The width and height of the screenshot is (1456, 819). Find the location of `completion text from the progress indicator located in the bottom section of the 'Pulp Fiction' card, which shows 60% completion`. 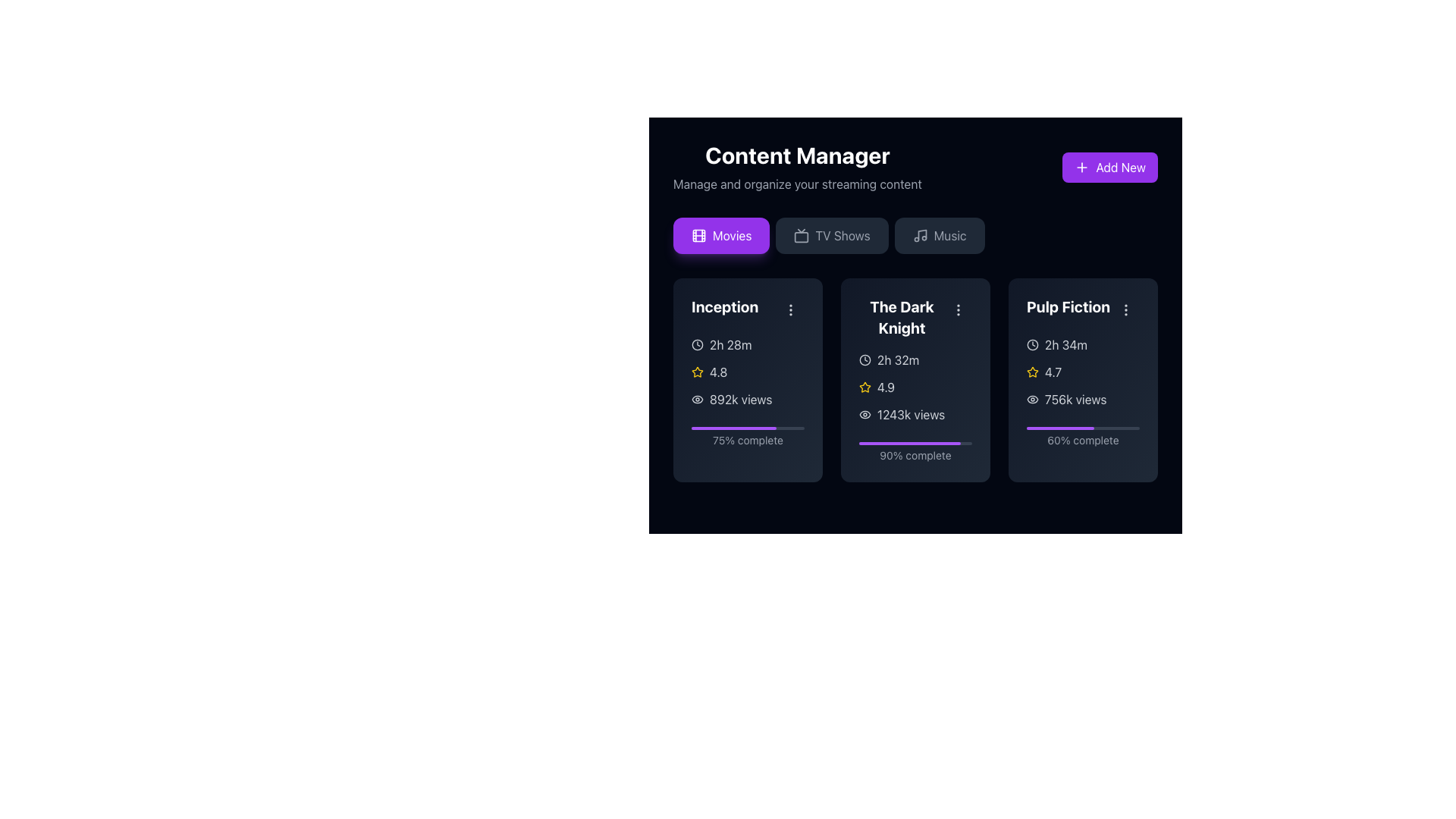

completion text from the progress indicator located in the bottom section of the 'Pulp Fiction' card, which shows 60% completion is located at coordinates (1082, 435).